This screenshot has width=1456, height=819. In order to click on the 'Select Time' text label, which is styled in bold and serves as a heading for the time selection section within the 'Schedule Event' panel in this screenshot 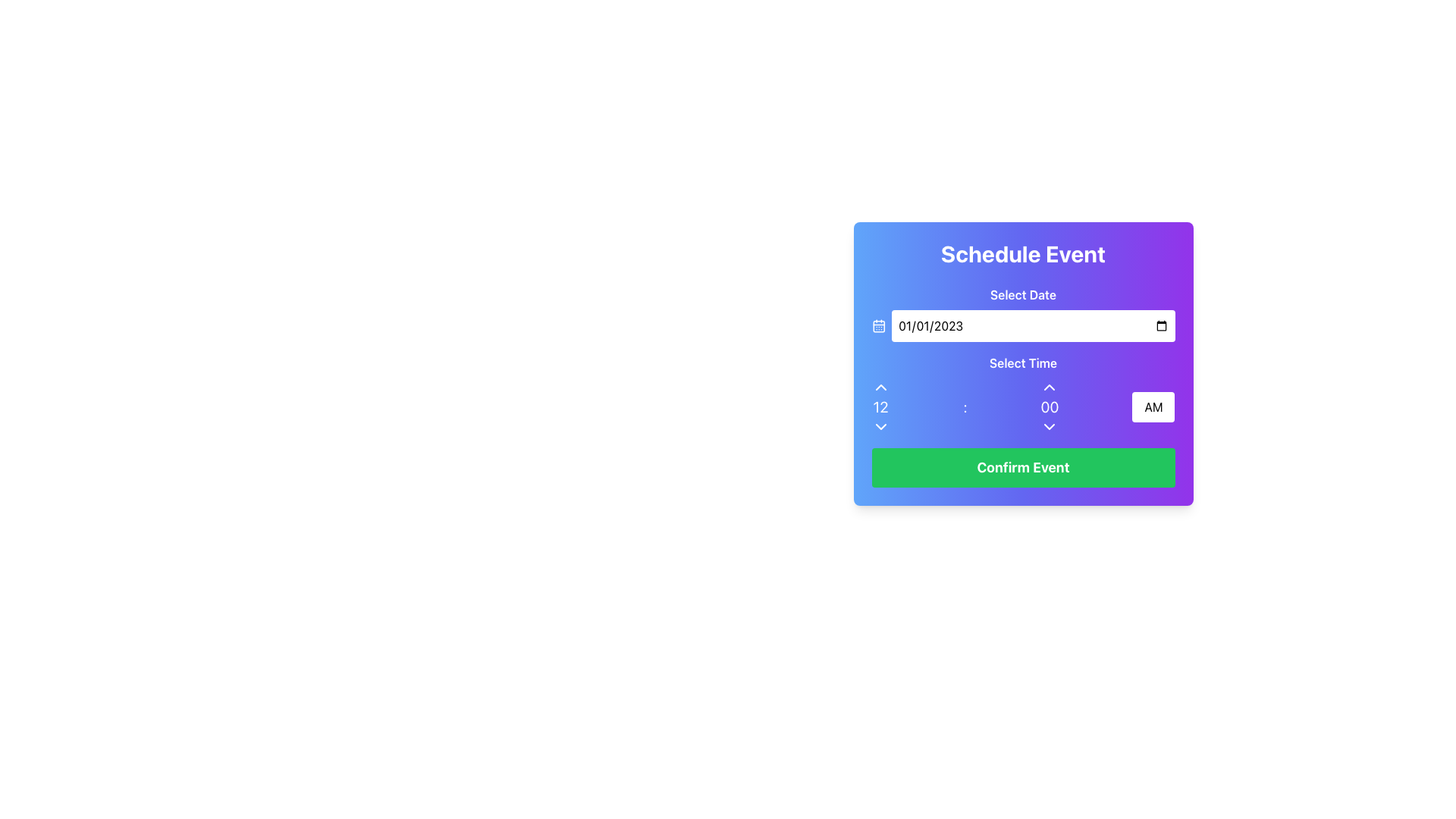, I will do `click(1023, 362)`.